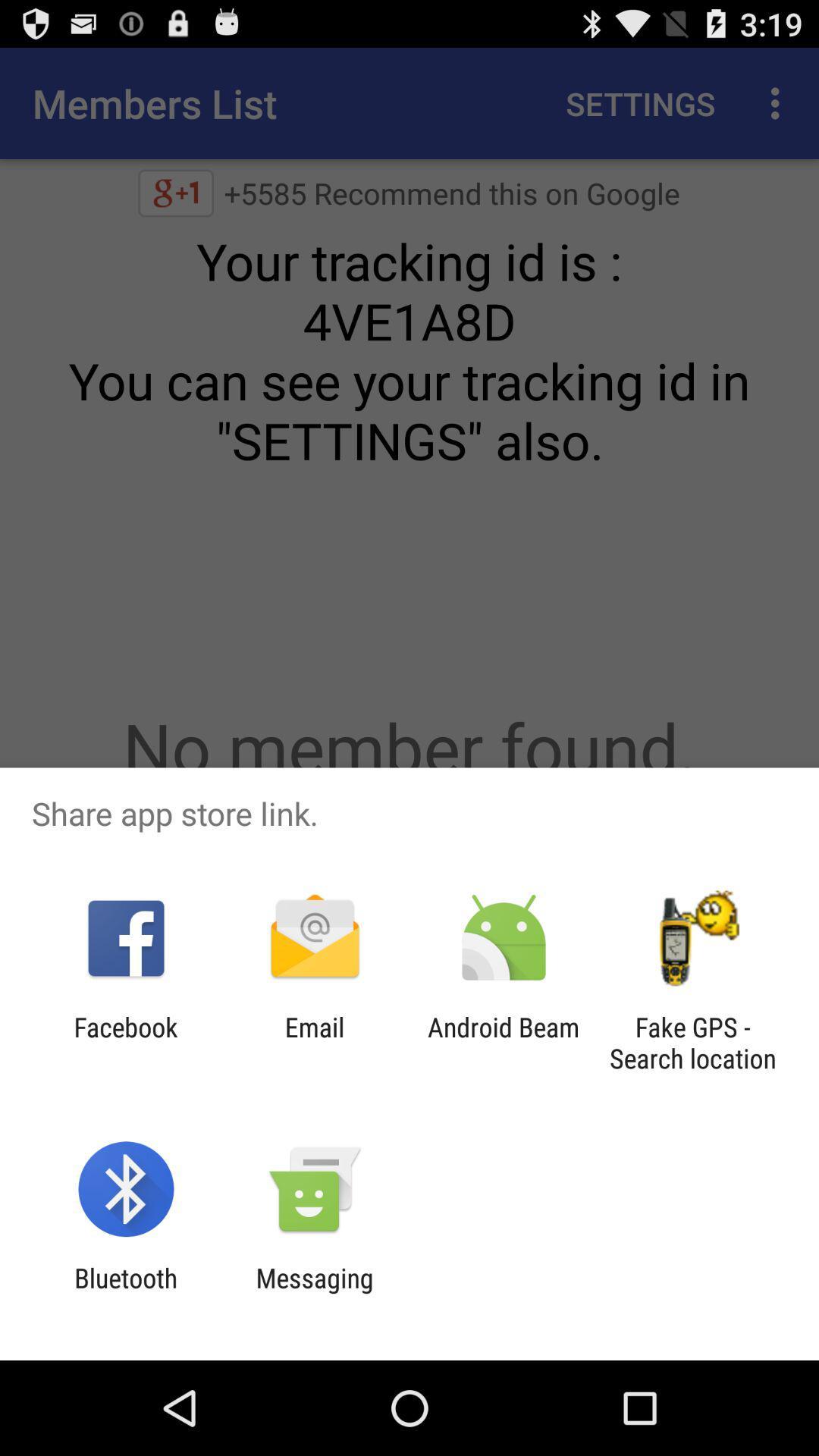 The width and height of the screenshot is (819, 1456). I want to click on android beam app, so click(504, 1042).